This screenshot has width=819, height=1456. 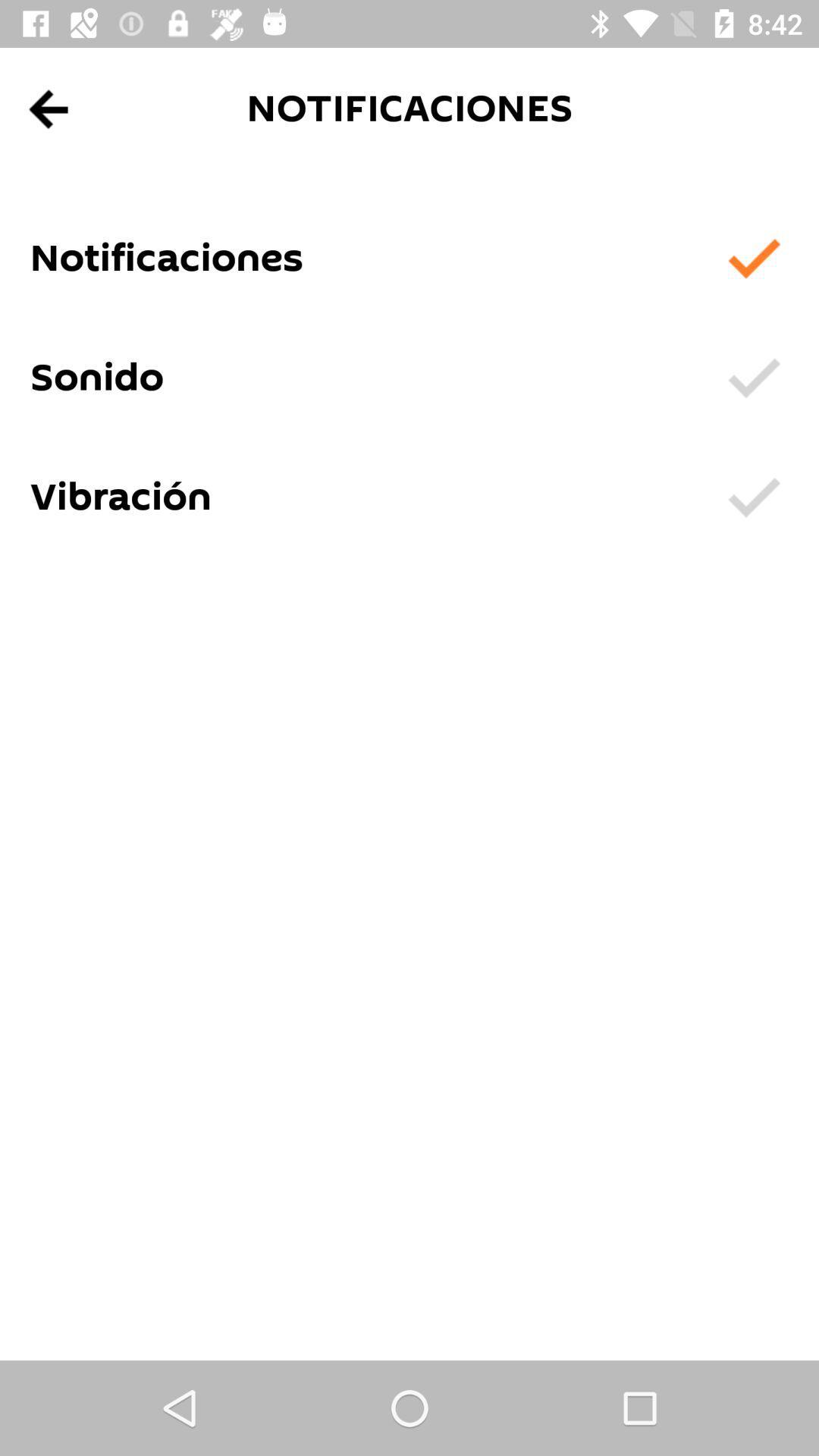 What do you see at coordinates (49, 108) in the screenshot?
I see `go back` at bounding box center [49, 108].